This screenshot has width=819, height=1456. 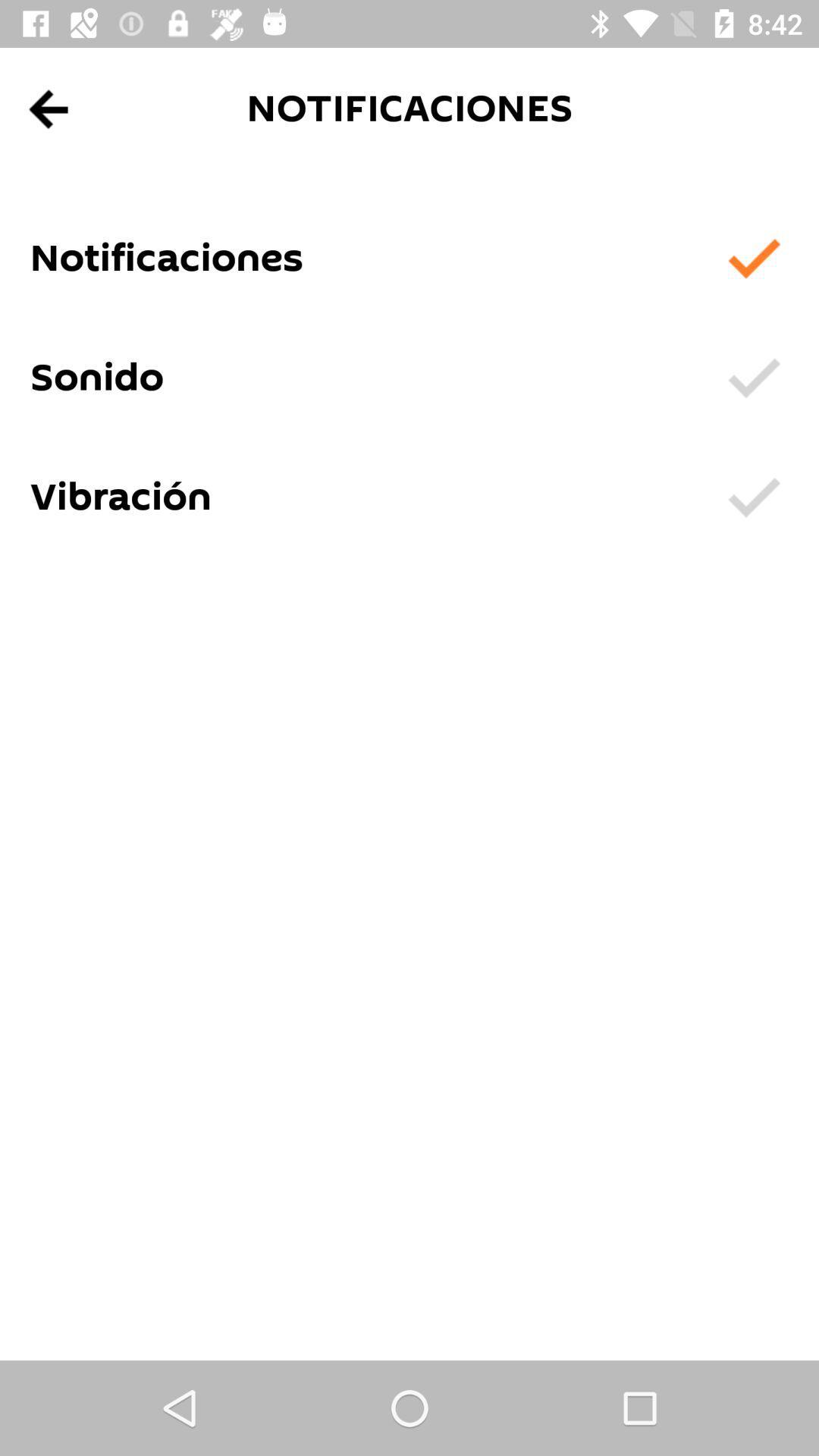 What do you see at coordinates (49, 108) in the screenshot?
I see `go back` at bounding box center [49, 108].